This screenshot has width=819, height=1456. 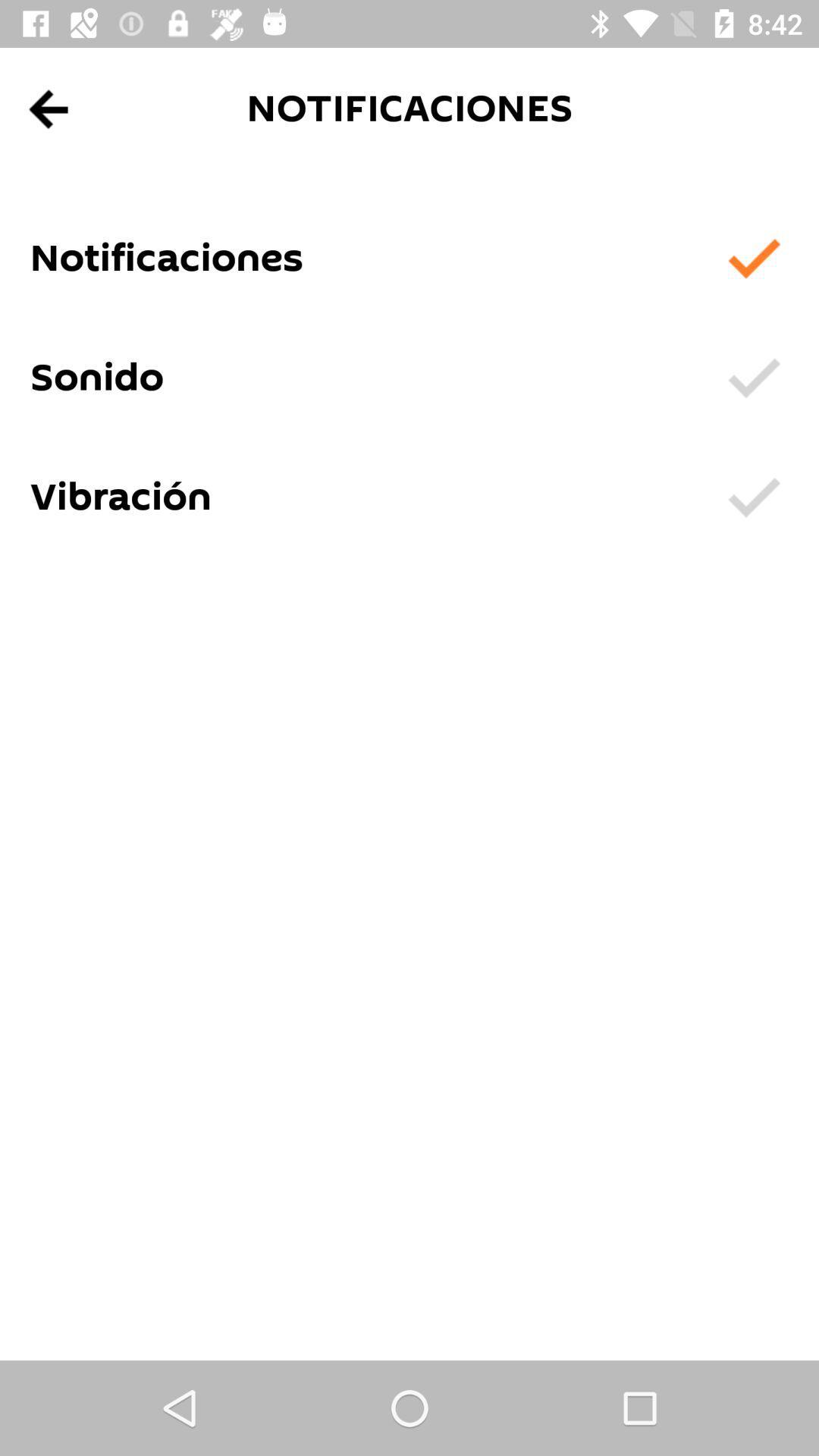 What do you see at coordinates (49, 108) in the screenshot?
I see `go back` at bounding box center [49, 108].